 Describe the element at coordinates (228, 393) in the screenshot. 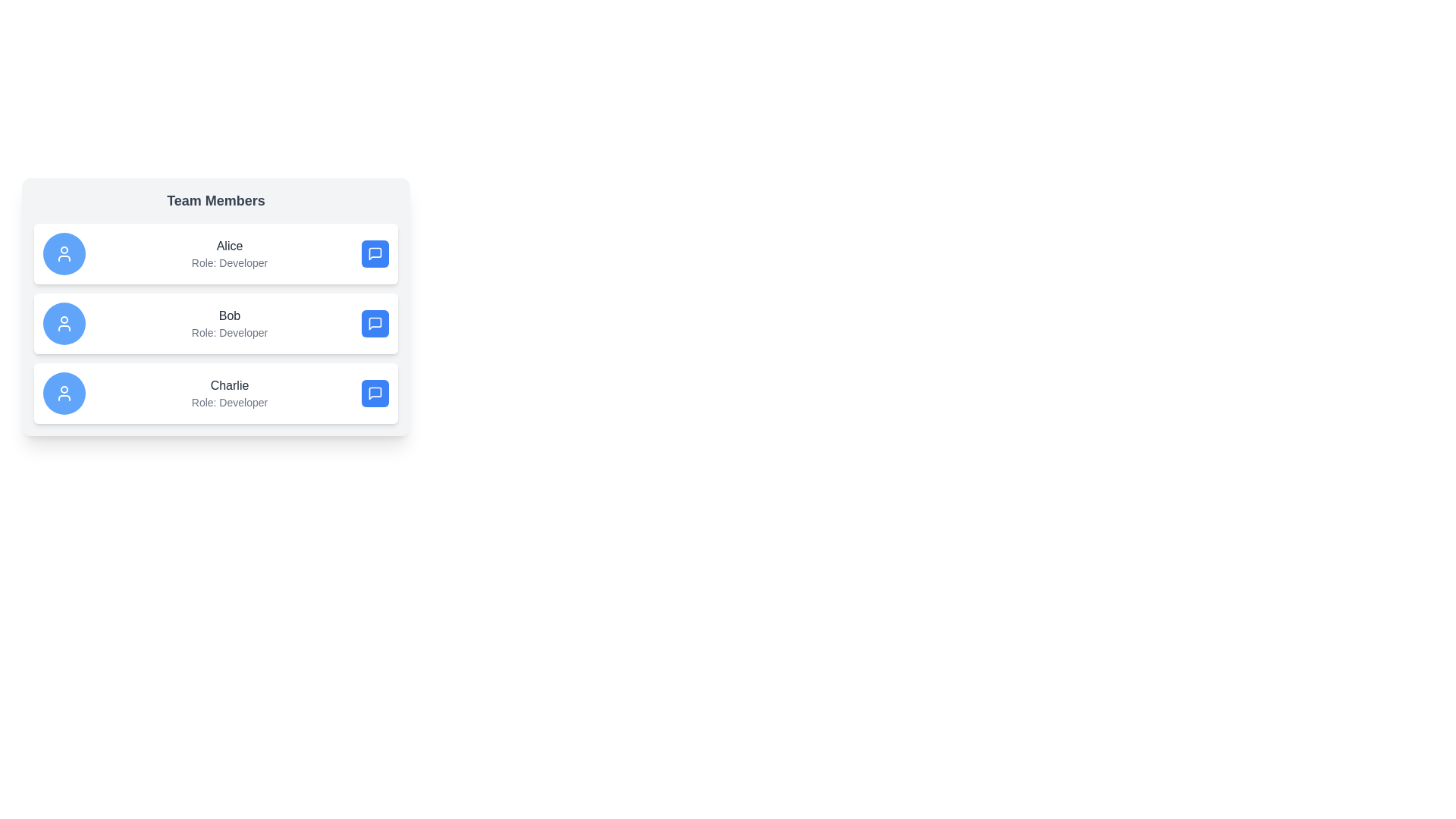

I see `the Label displaying the name 'Charlie' and the role 'Developer' in the third row of the 'Team Members' list` at that location.